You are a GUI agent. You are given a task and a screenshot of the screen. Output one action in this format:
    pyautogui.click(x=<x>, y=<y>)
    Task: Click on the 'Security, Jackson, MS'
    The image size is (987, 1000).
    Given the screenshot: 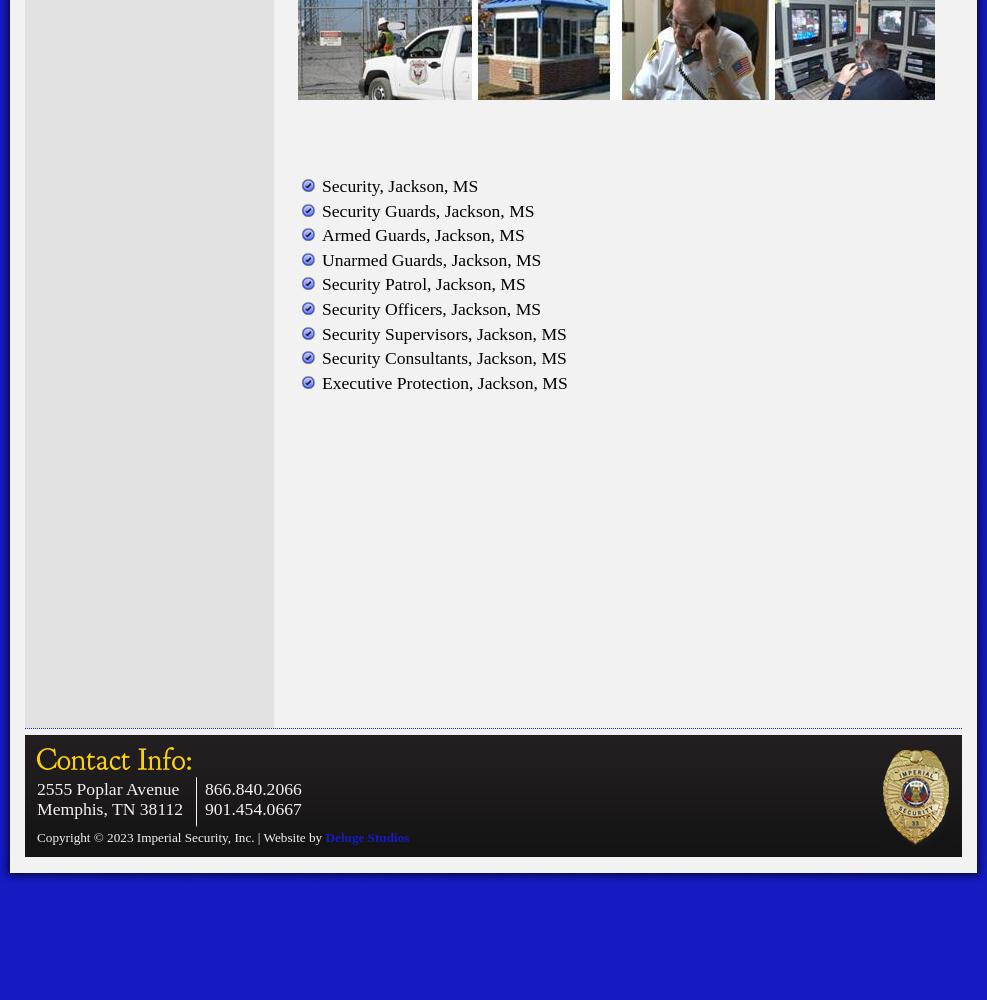 What is the action you would take?
    pyautogui.click(x=400, y=185)
    